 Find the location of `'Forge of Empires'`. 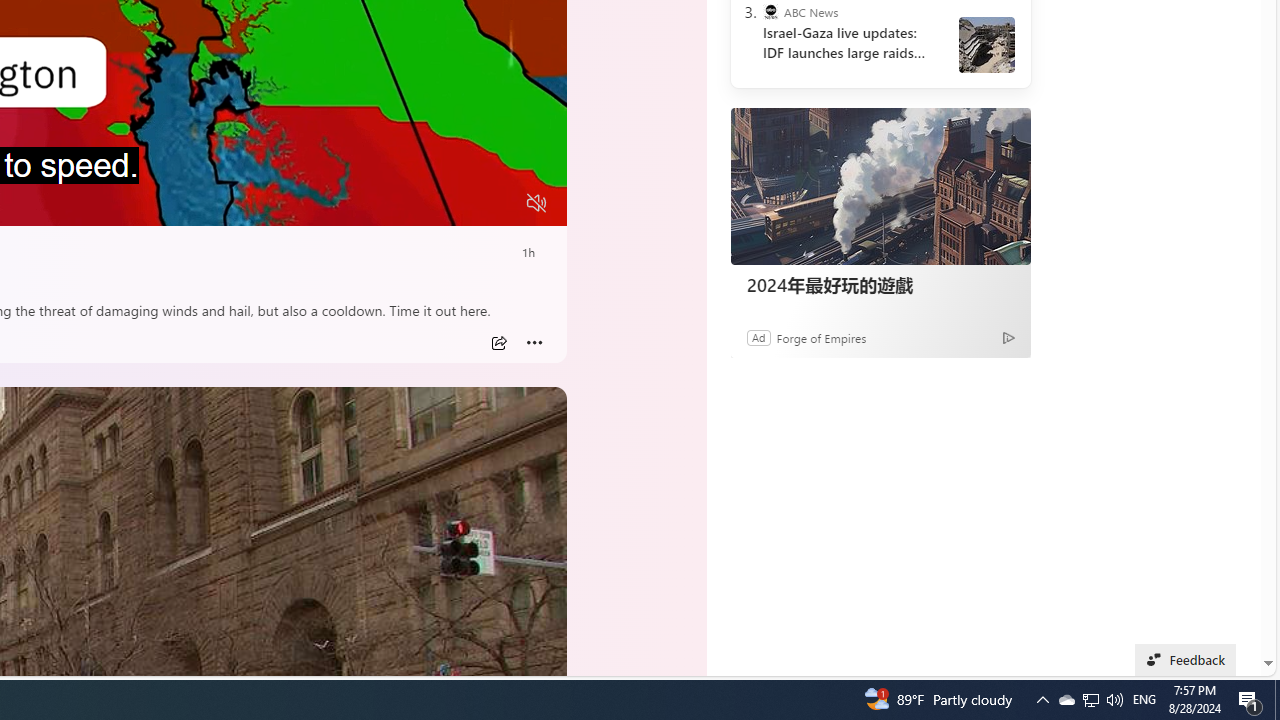

'Forge of Empires' is located at coordinates (821, 336).